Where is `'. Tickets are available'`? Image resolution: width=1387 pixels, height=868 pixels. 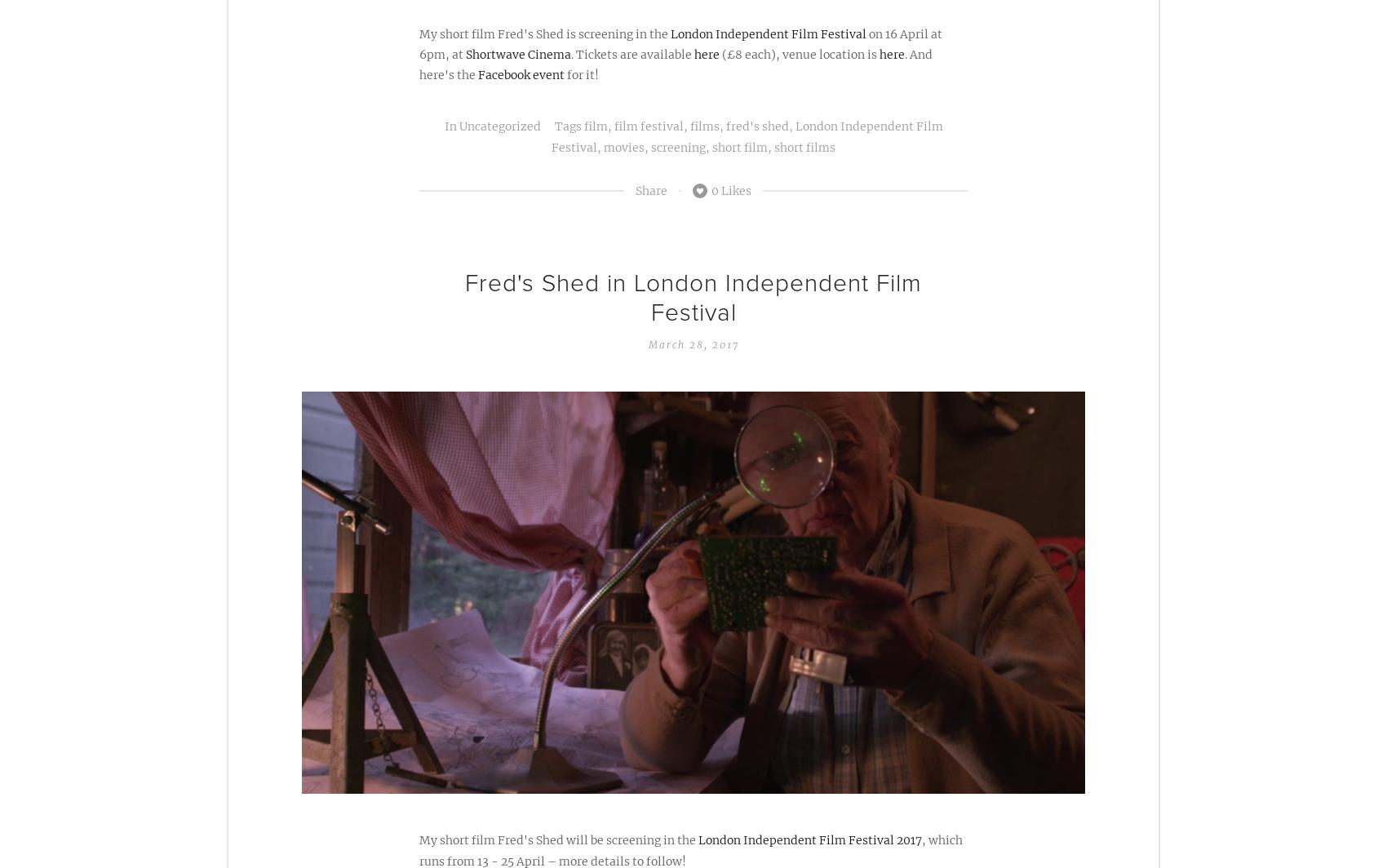
'. Tickets are available' is located at coordinates (631, 55).